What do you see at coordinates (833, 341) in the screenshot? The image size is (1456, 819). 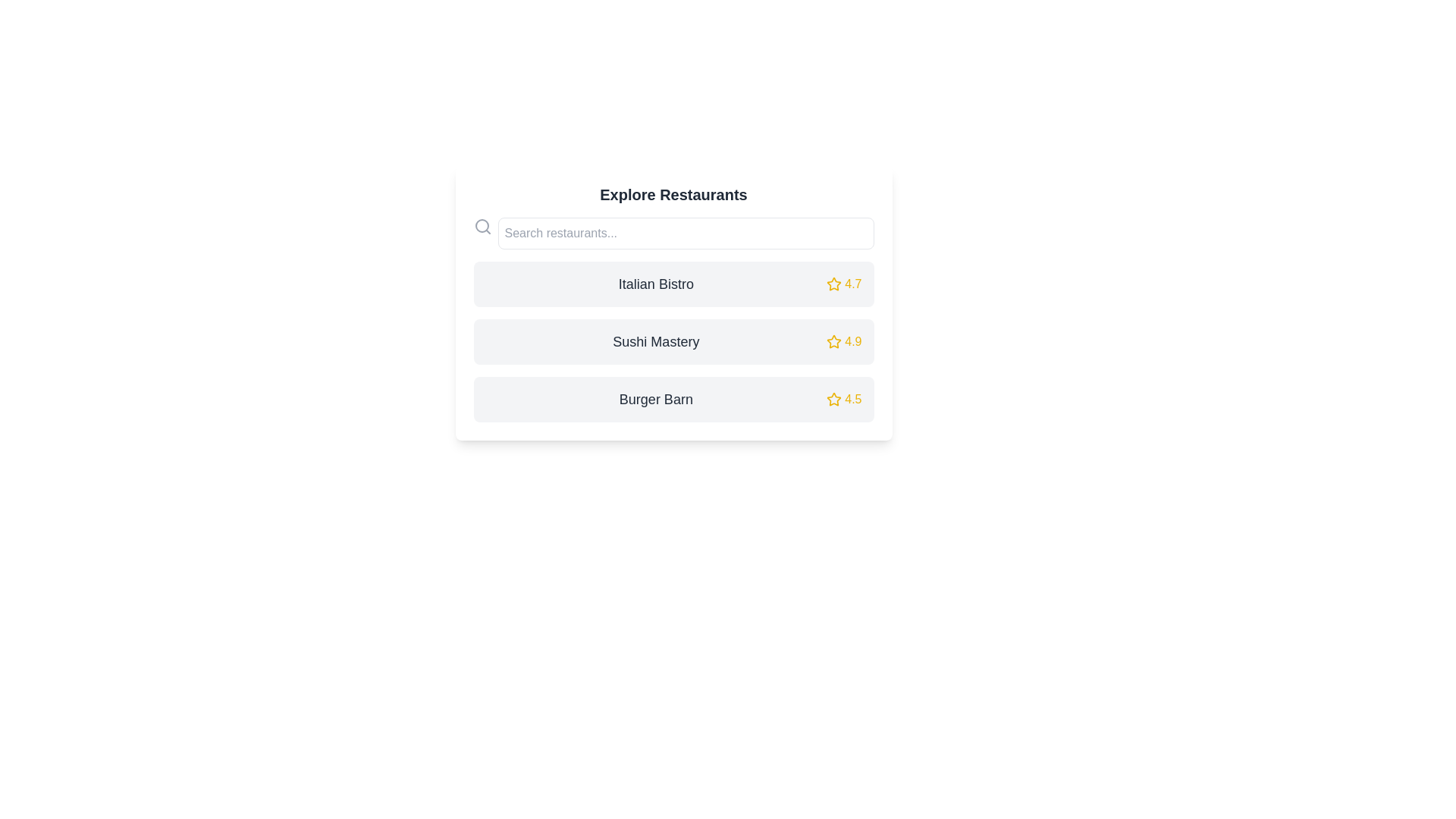 I see `the second star-shaped icon with a yellow outline representing the rating for 'Sushi Mastery' to interact with it` at bounding box center [833, 341].